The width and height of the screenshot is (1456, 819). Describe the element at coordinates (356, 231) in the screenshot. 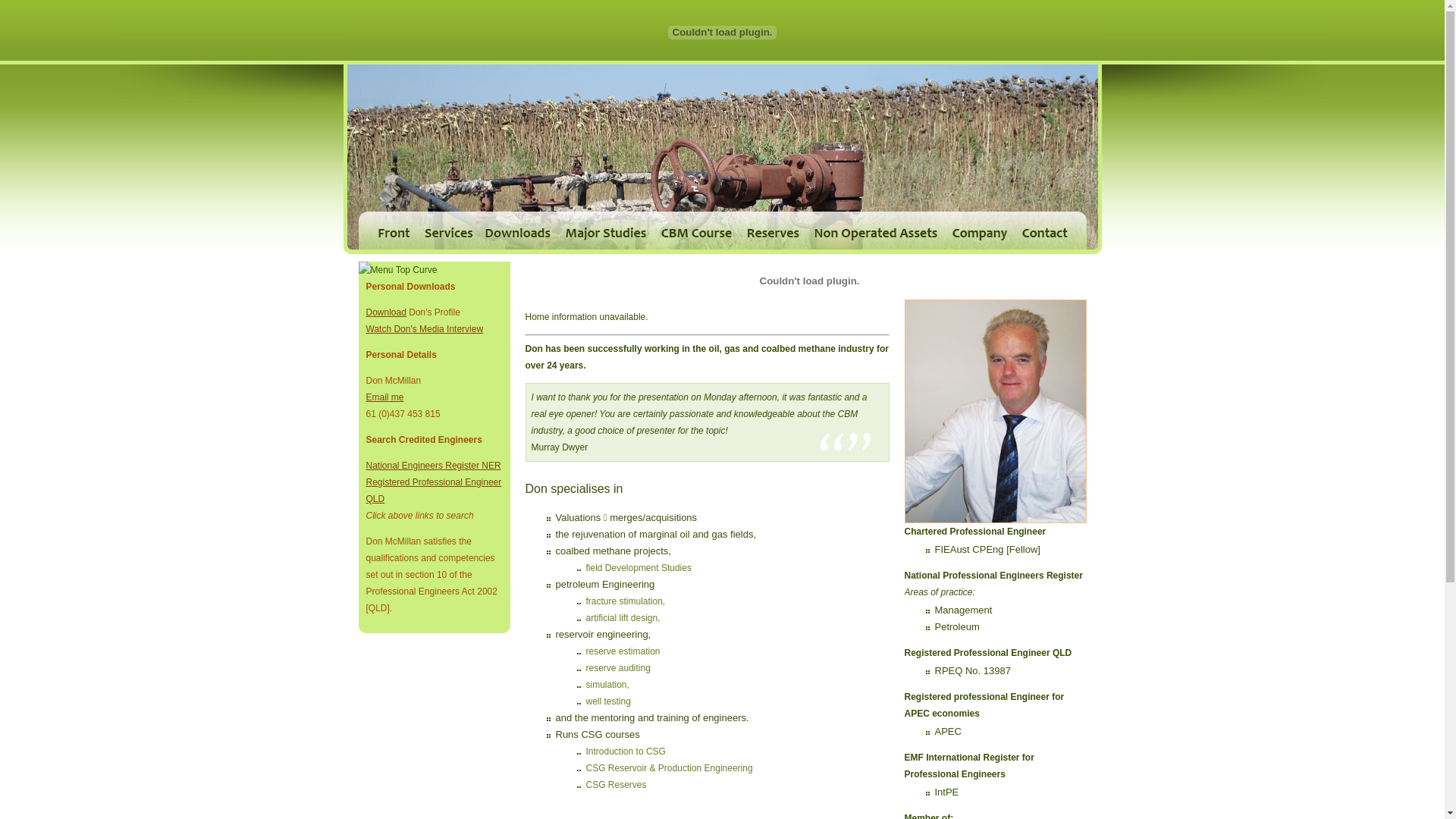

I see `'front'` at that location.